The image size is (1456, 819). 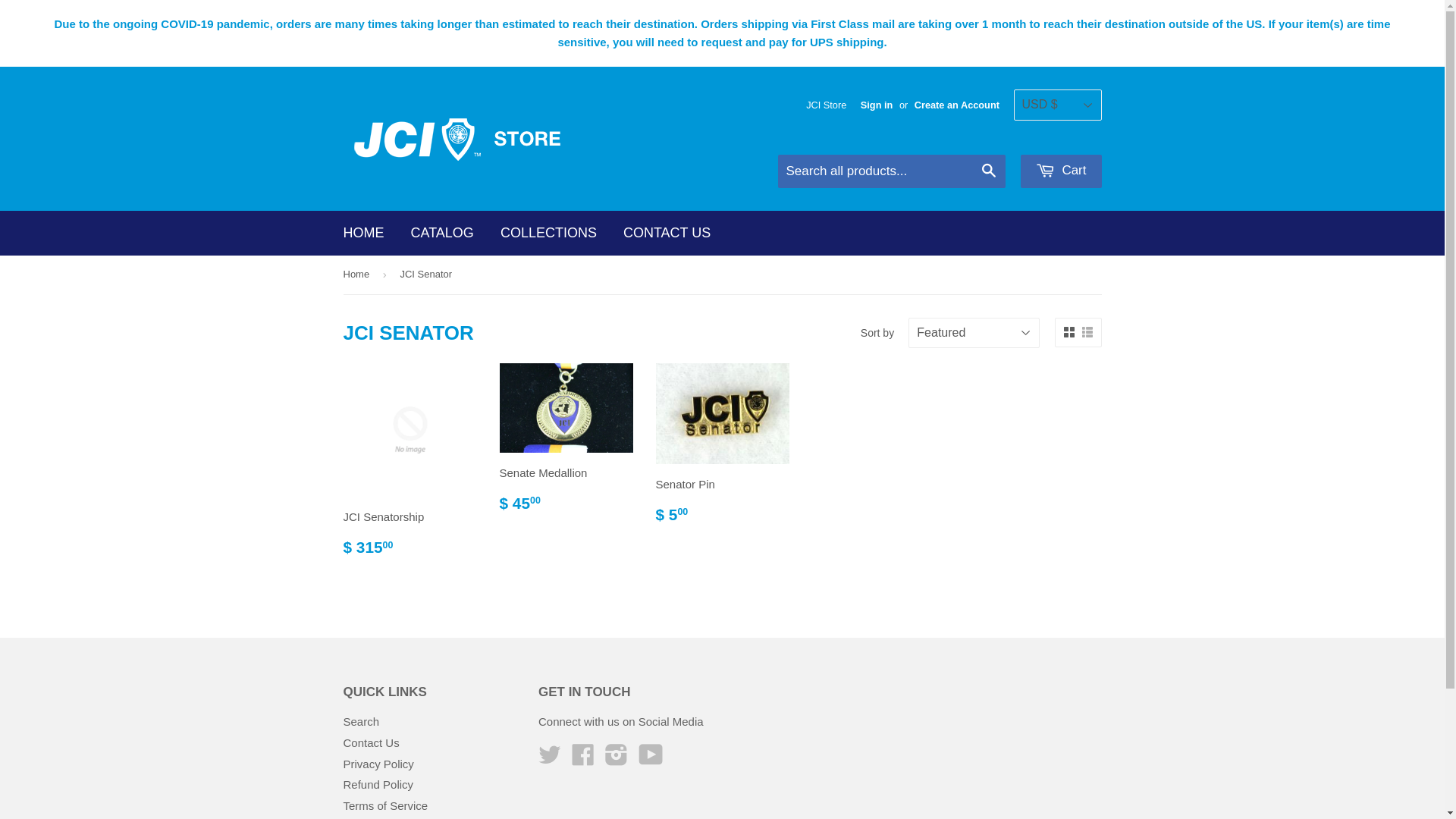 I want to click on 'Senator Pin, so click(x=720, y=449).